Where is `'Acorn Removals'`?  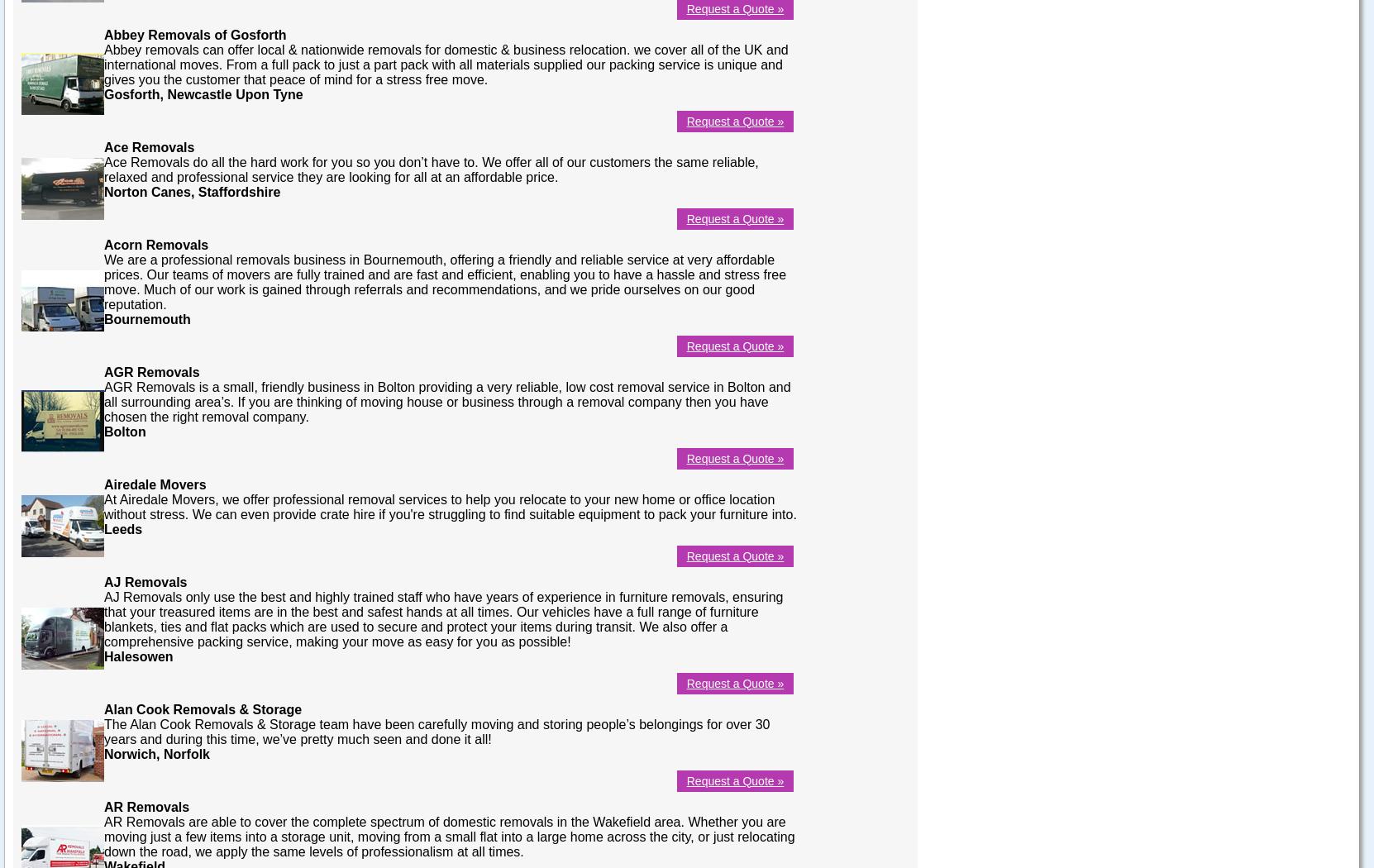 'Acorn Removals' is located at coordinates (155, 243).